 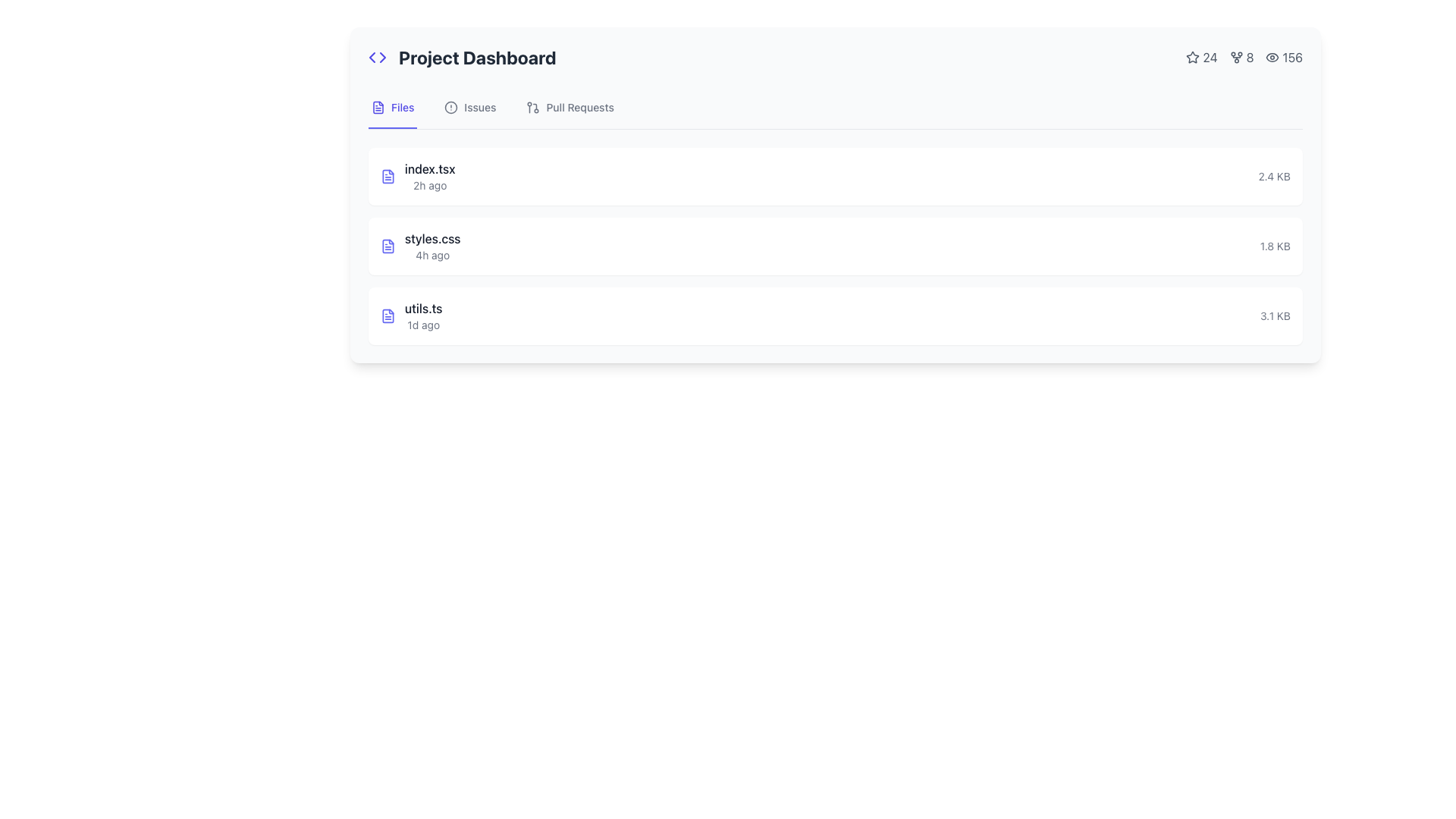 I want to click on the statistics icon displaying the number '8' in the top-right corner of the interface, which is the third item in the horizontal set of status indicators, so click(x=1244, y=57).